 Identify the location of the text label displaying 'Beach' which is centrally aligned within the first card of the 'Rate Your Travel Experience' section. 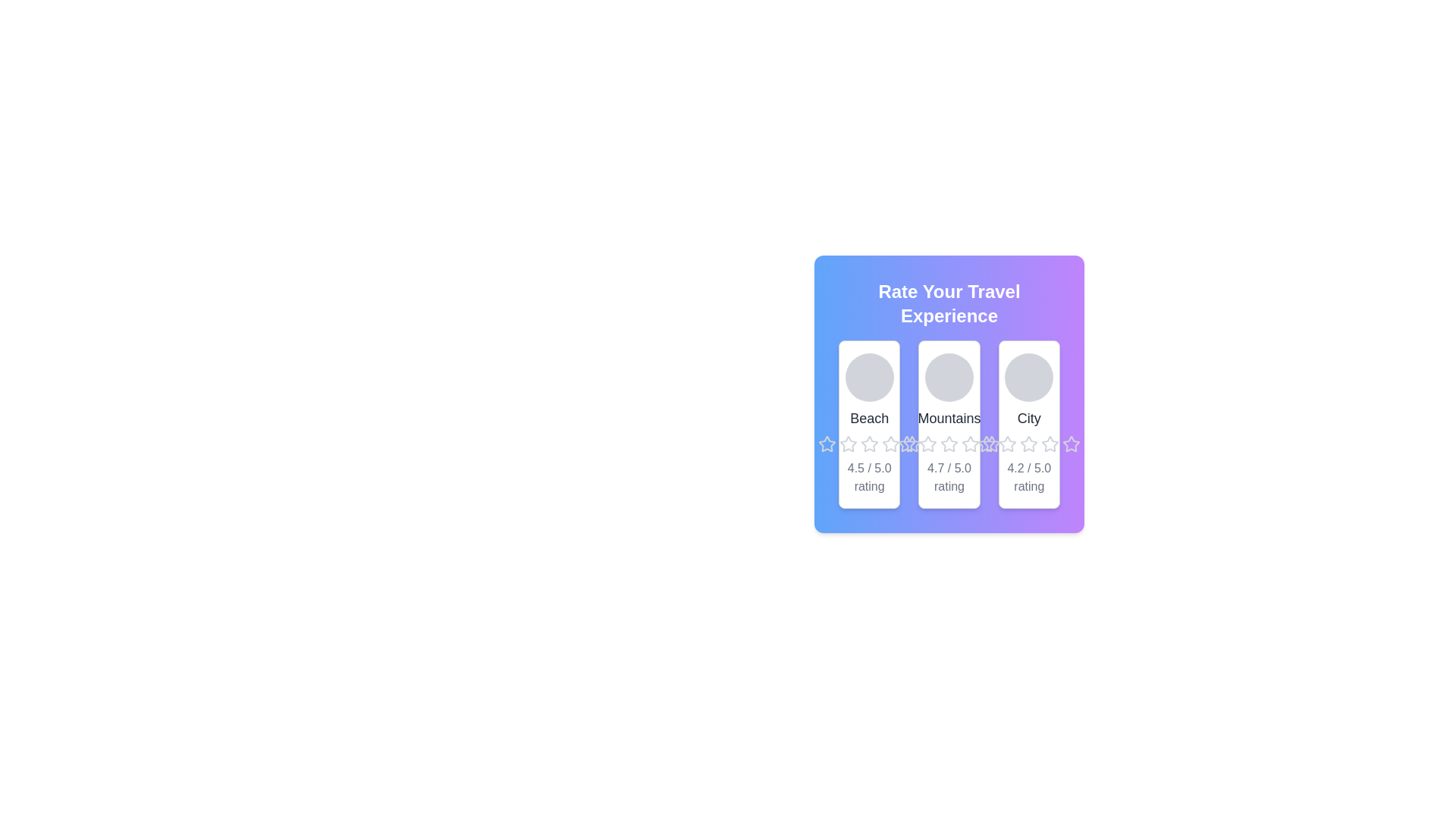
(869, 418).